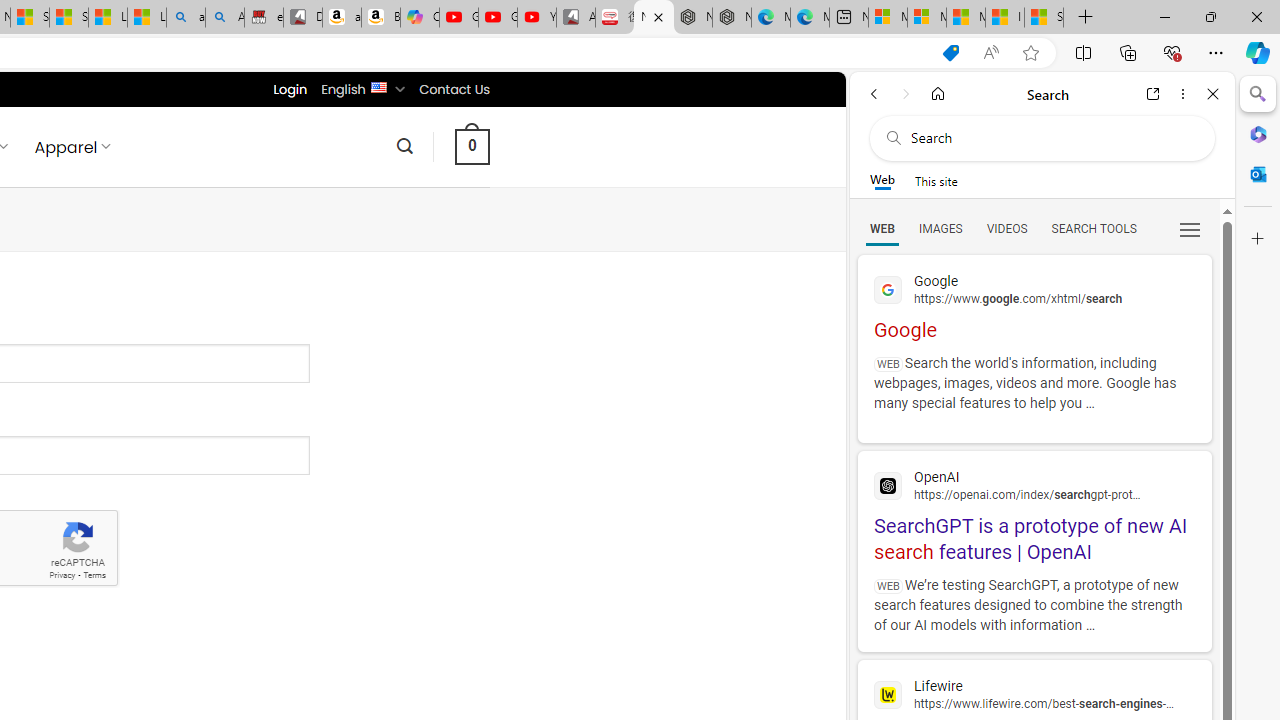 The height and width of the screenshot is (720, 1280). I want to click on 'Class: b_serphb', so click(1190, 229).